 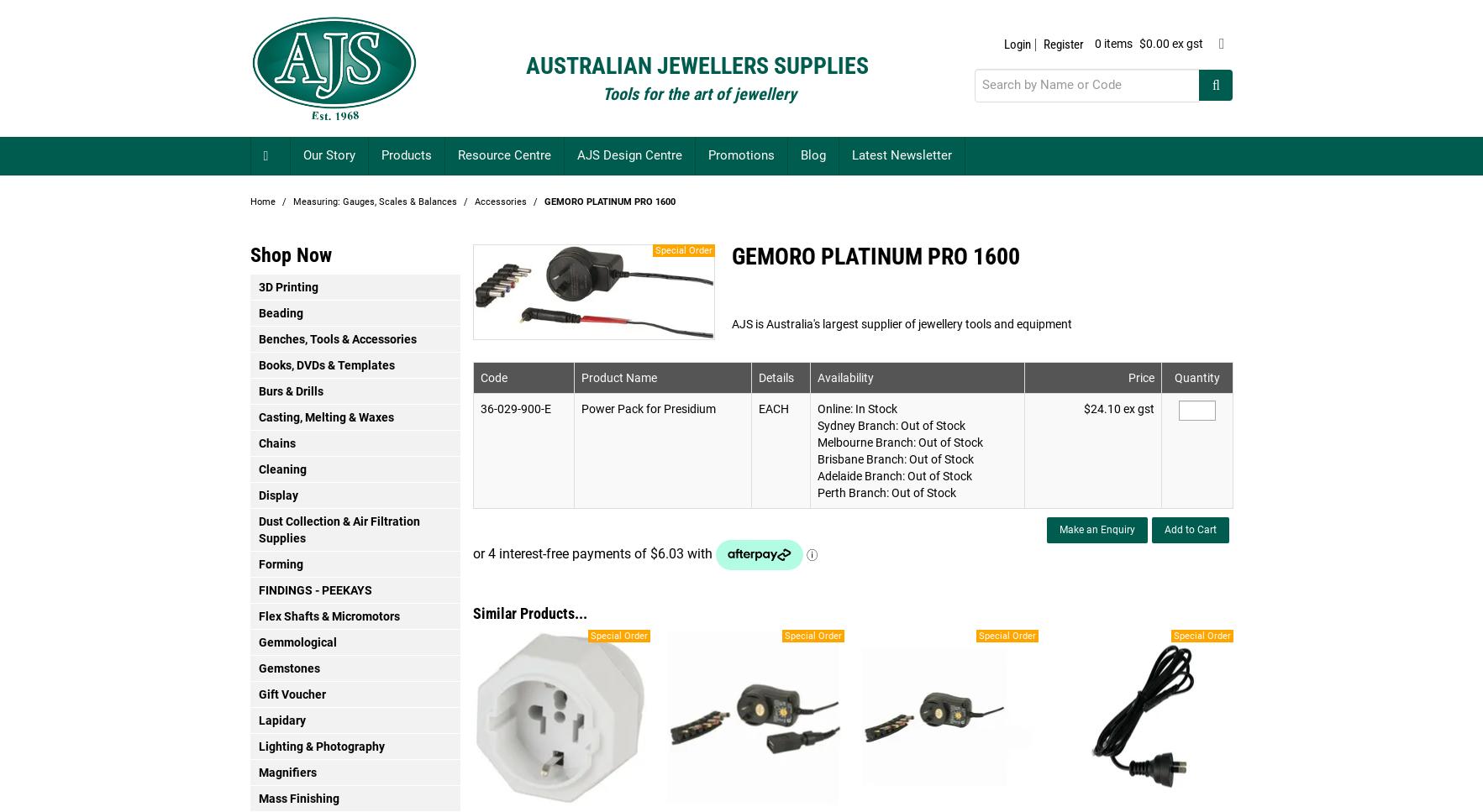 I want to click on '36-029-900-E', so click(x=513, y=407).